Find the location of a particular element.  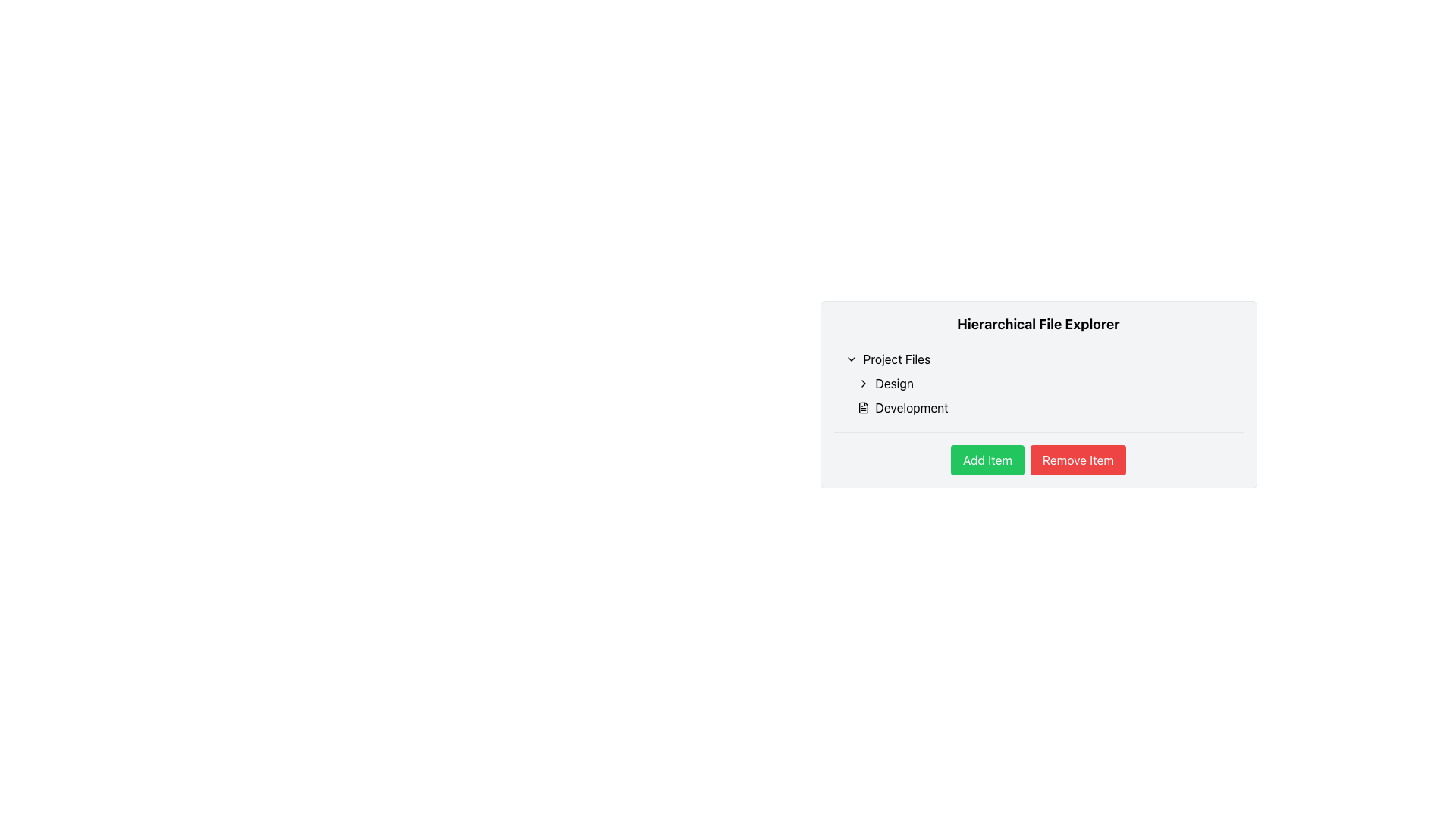

the small right-facing chevron arrow icon located to the left of the 'Design' text for hierarchical navigation within the file explorer layout is located at coordinates (863, 382).